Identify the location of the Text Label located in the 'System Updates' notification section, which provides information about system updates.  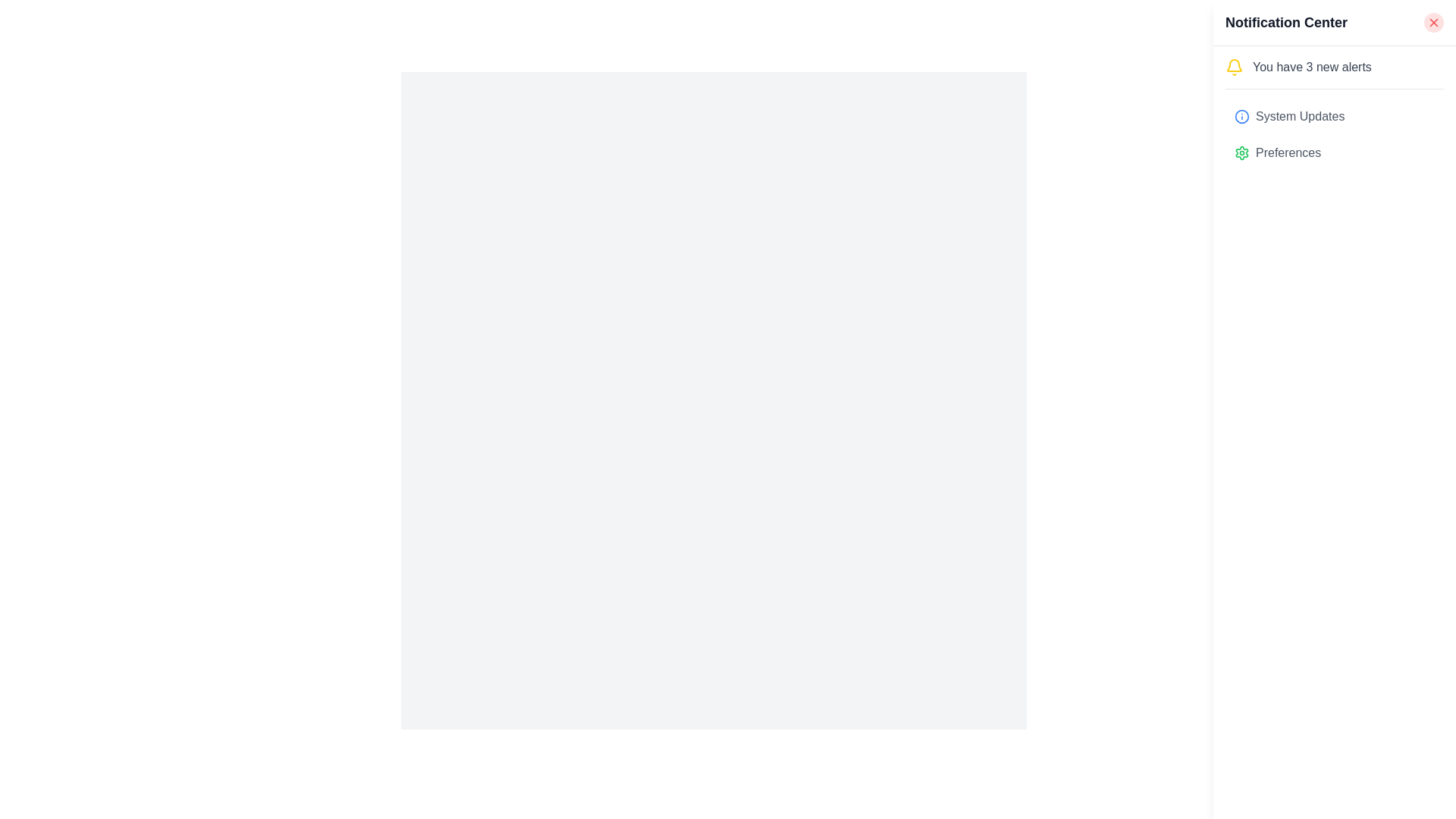
(1299, 116).